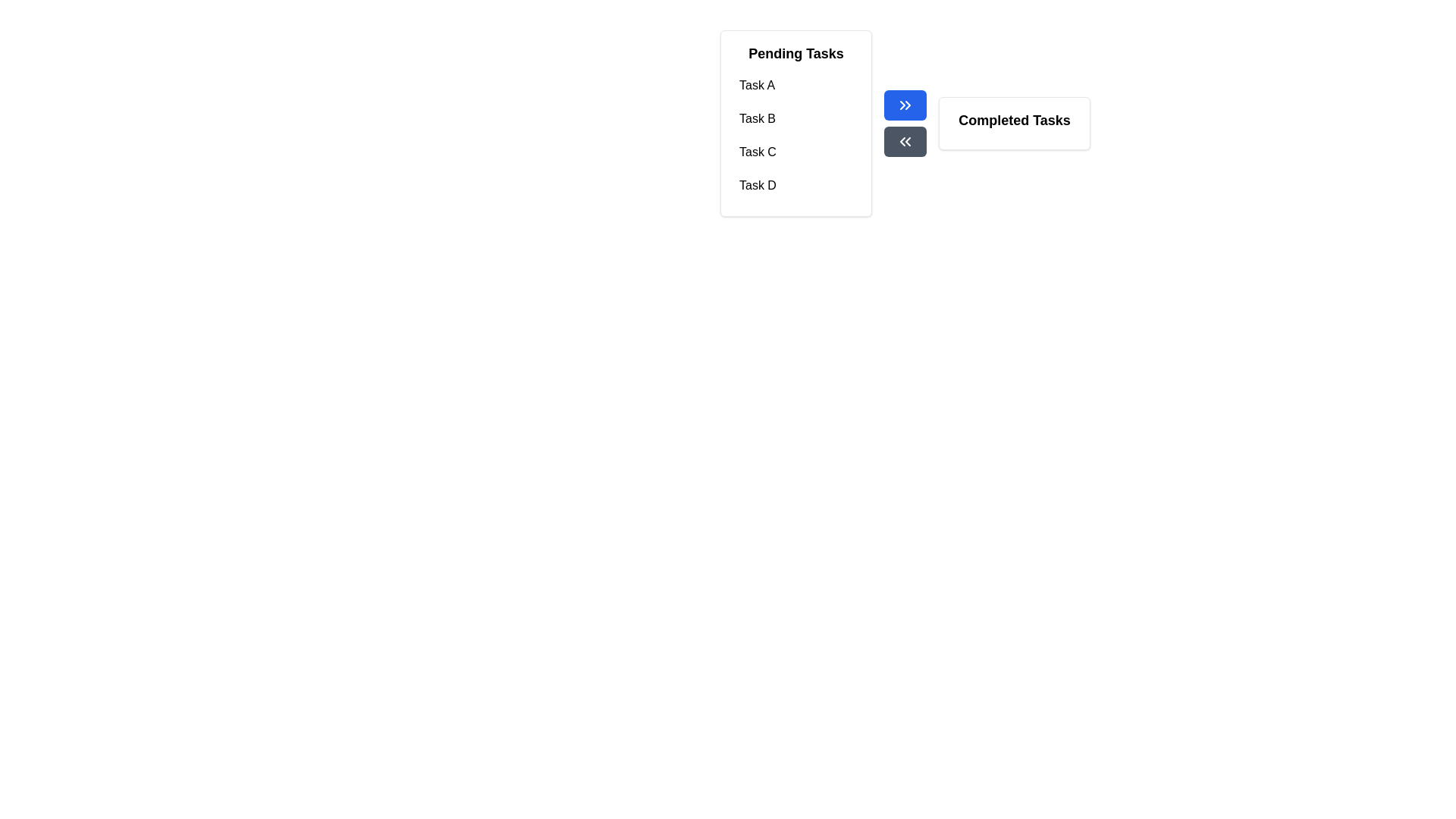 The height and width of the screenshot is (819, 1456). I want to click on the first list item labeled 'Task A' in the 'Pending Tasks' section, so click(795, 85).